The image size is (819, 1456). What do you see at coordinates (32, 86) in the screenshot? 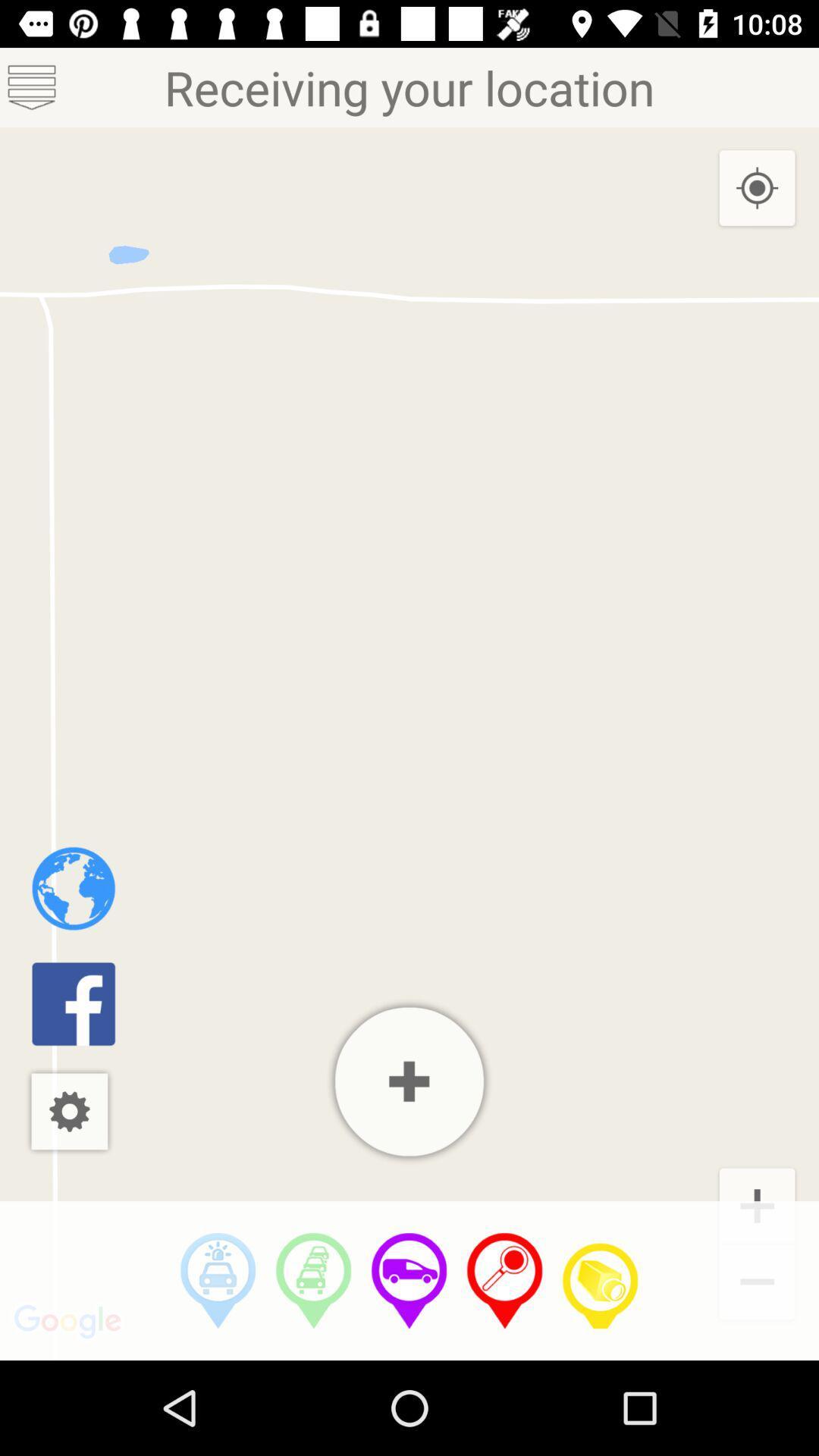
I see `side menu option` at bounding box center [32, 86].